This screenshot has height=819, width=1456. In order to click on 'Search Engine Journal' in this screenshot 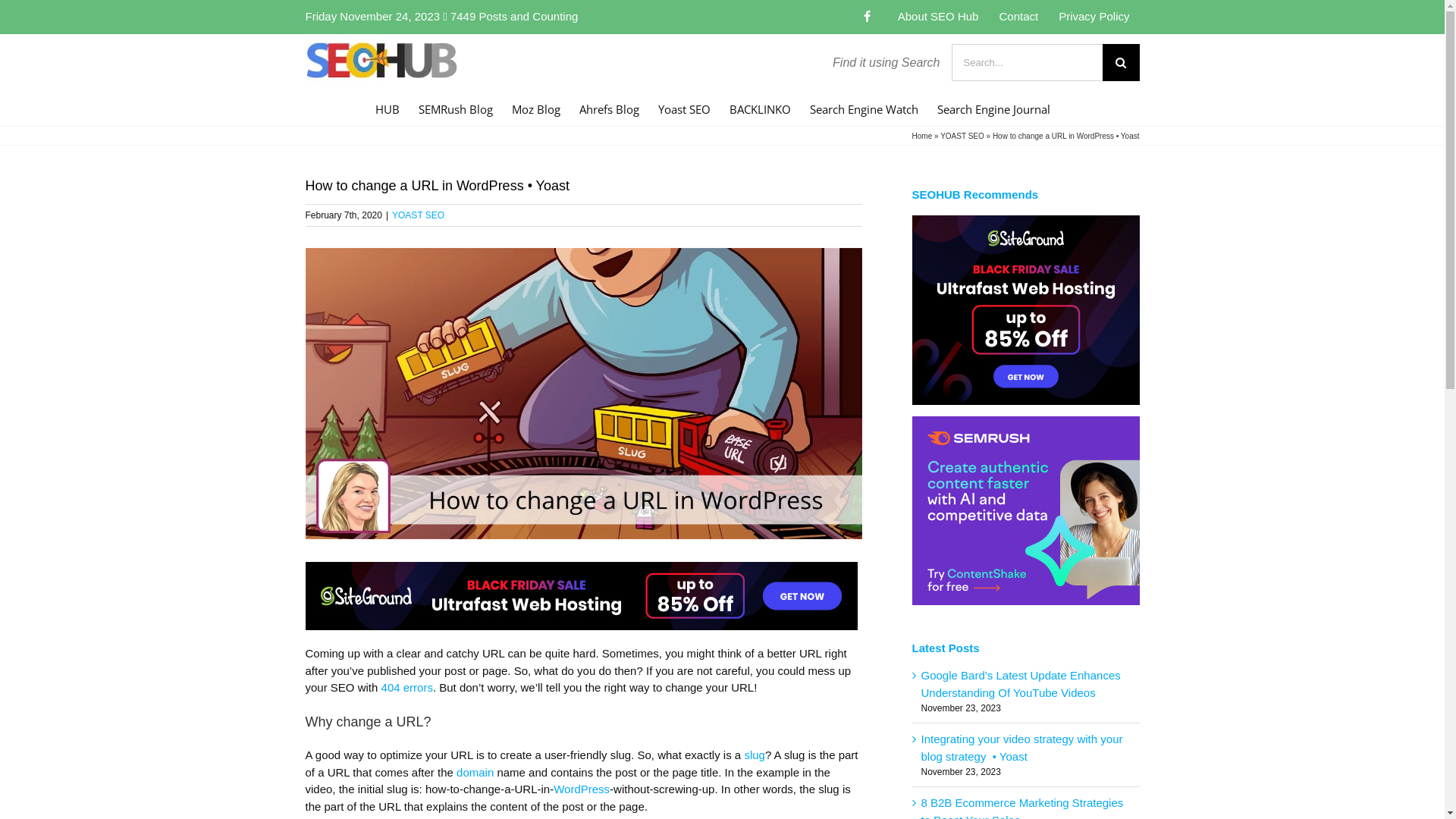, I will do `click(993, 107)`.